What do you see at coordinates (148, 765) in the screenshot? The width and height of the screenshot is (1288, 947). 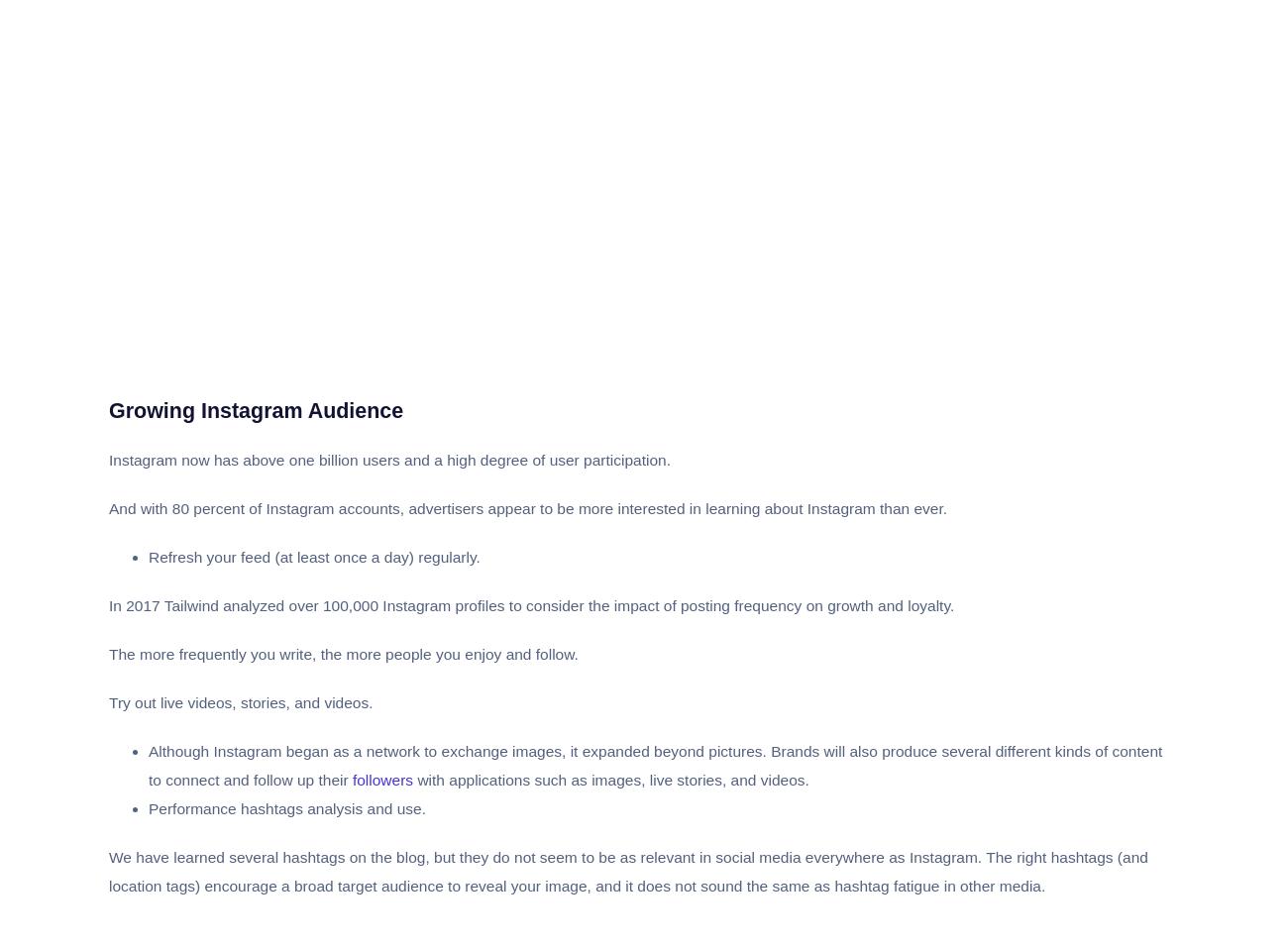 I see `'Although Instagram began as a network to exchange images, it expanded beyond pictures. Brands will also produce several different kinds of content to connect and follow up their'` at bounding box center [148, 765].